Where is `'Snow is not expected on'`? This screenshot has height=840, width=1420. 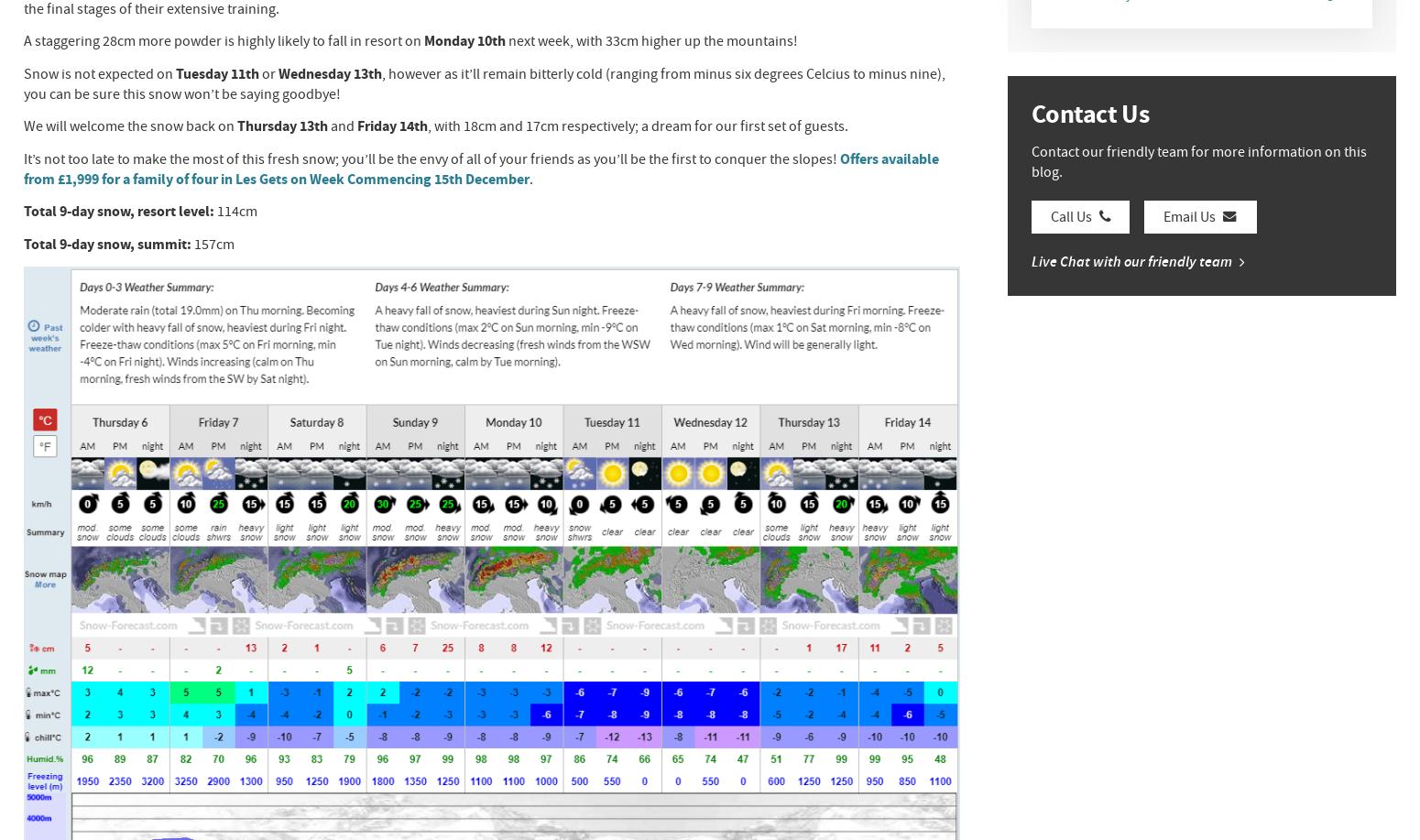 'Snow is not expected on' is located at coordinates (99, 71).